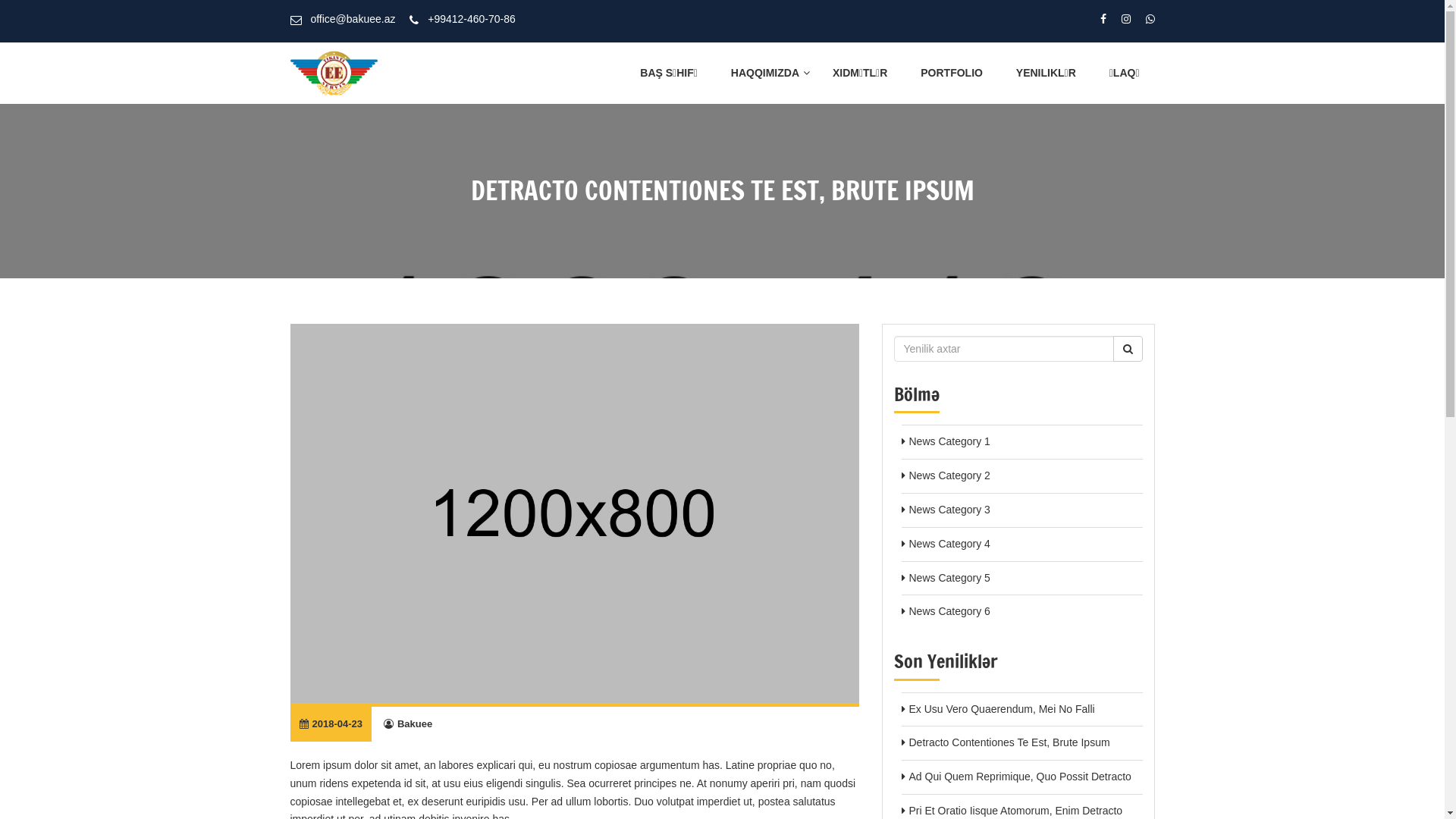 This screenshot has height=819, width=1456. I want to click on 'Detracto Contentiones Te Est, Brute Ipsum', so click(1009, 742).